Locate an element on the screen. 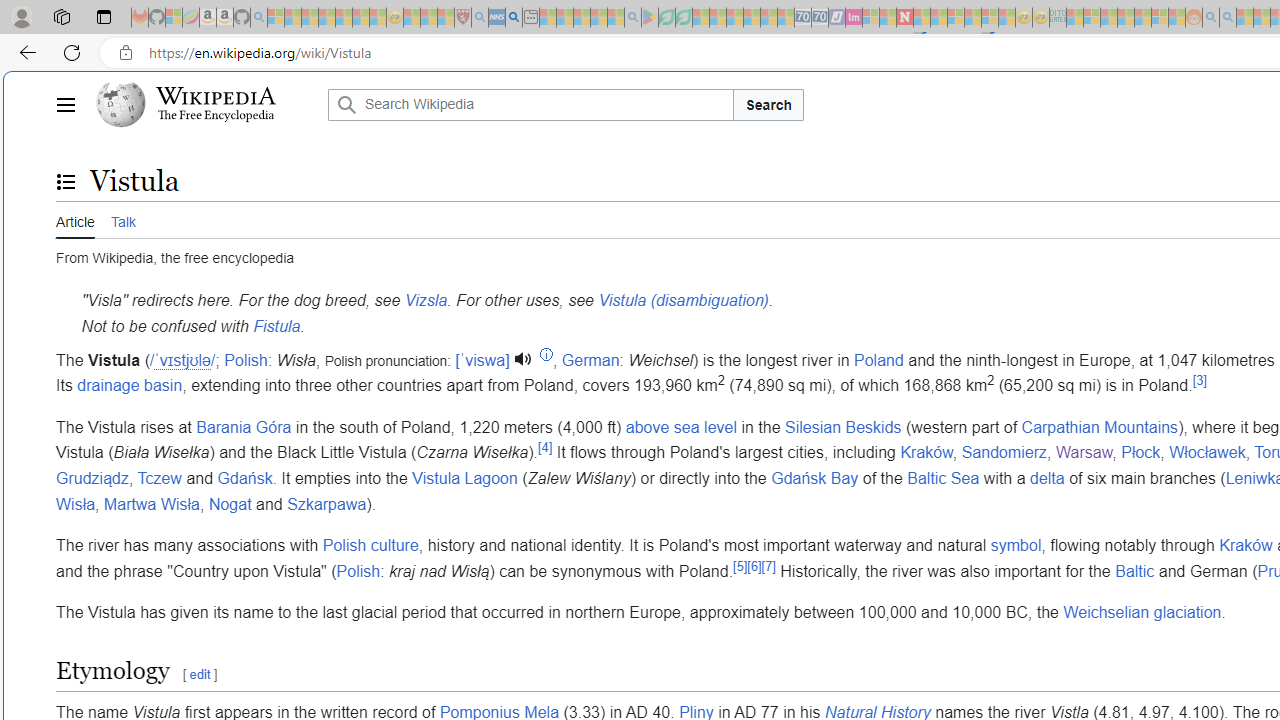 The width and height of the screenshot is (1280, 720). 'Main menu' is located at coordinates (65, 105).